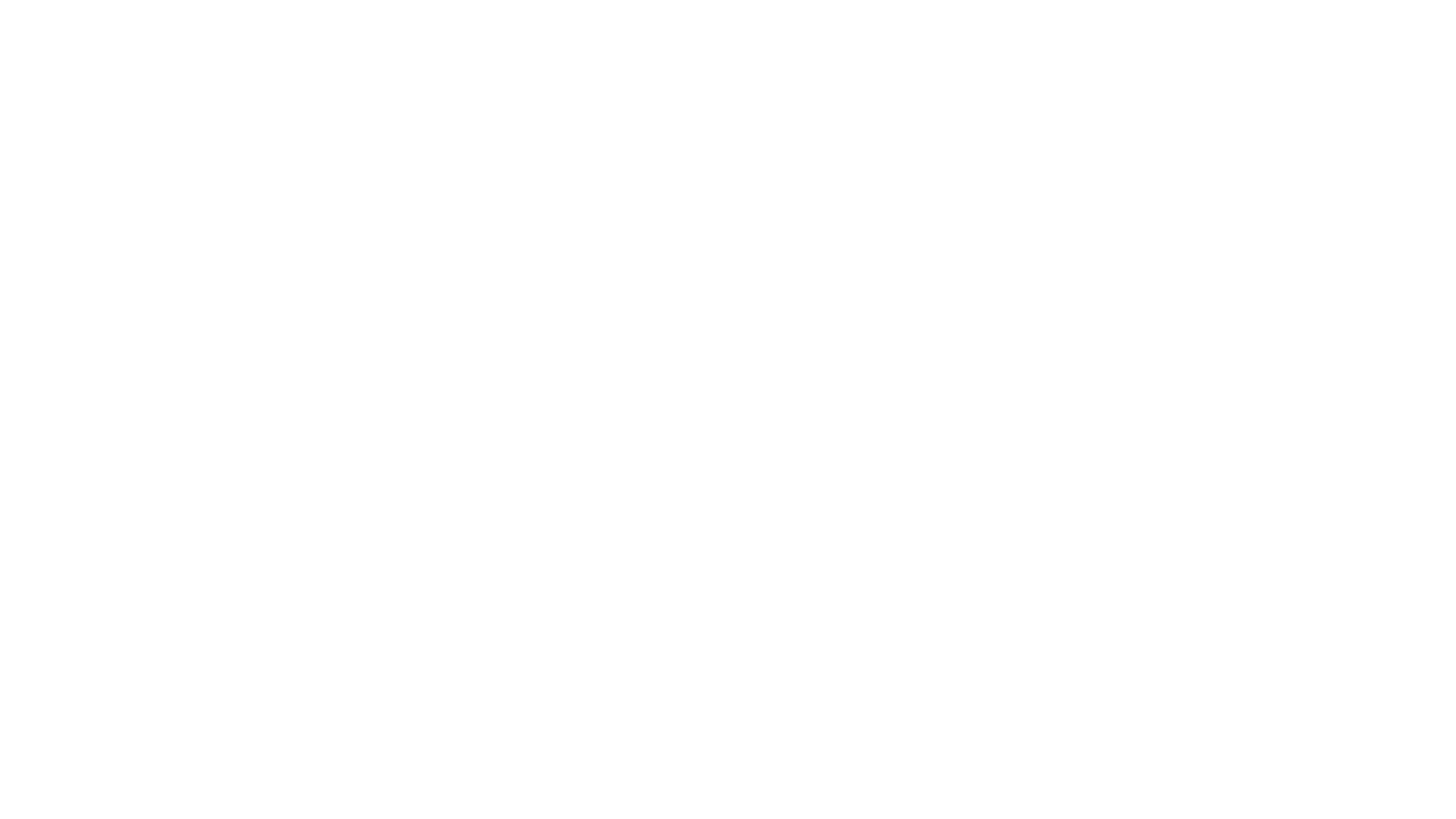 Image resolution: width=1456 pixels, height=819 pixels. Describe the element at coordinates (880, 86) in the screenshot. I see `Options` at that location.